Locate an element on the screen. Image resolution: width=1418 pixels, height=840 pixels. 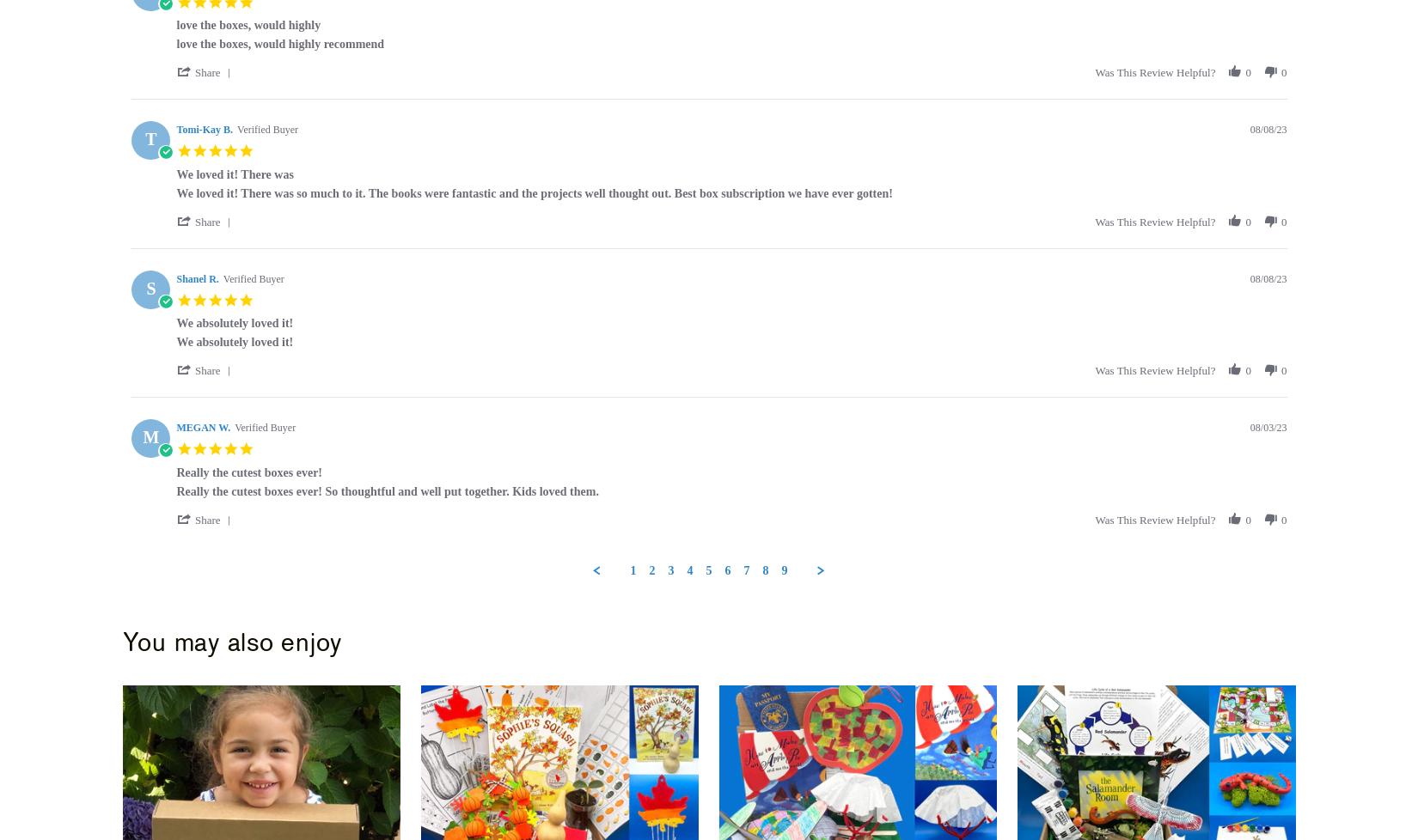
'love the boxes, would highly recommend' is located at coordinates (280, 44).